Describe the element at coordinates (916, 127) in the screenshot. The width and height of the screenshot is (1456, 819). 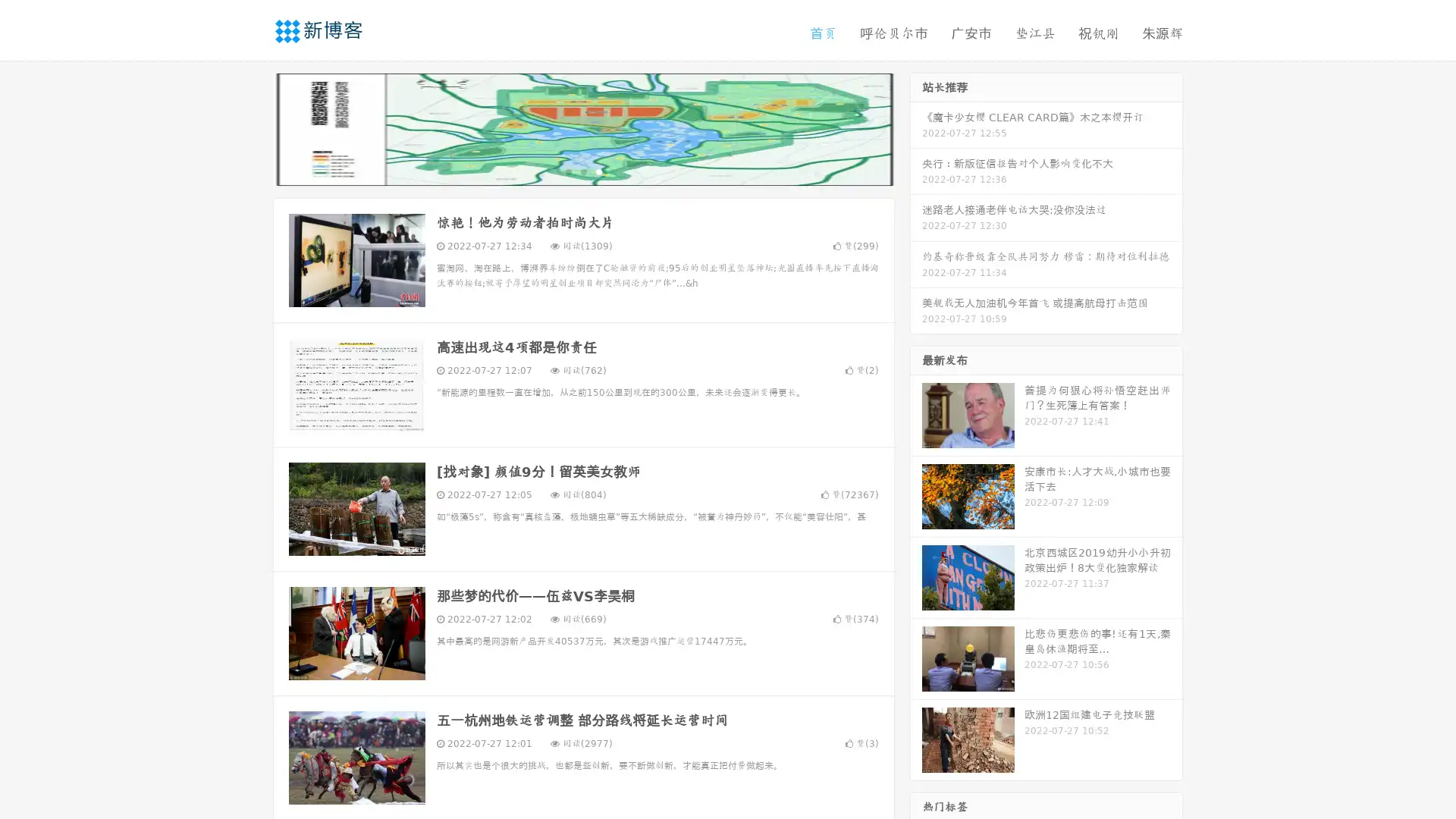
I see `Next slide` at that location.